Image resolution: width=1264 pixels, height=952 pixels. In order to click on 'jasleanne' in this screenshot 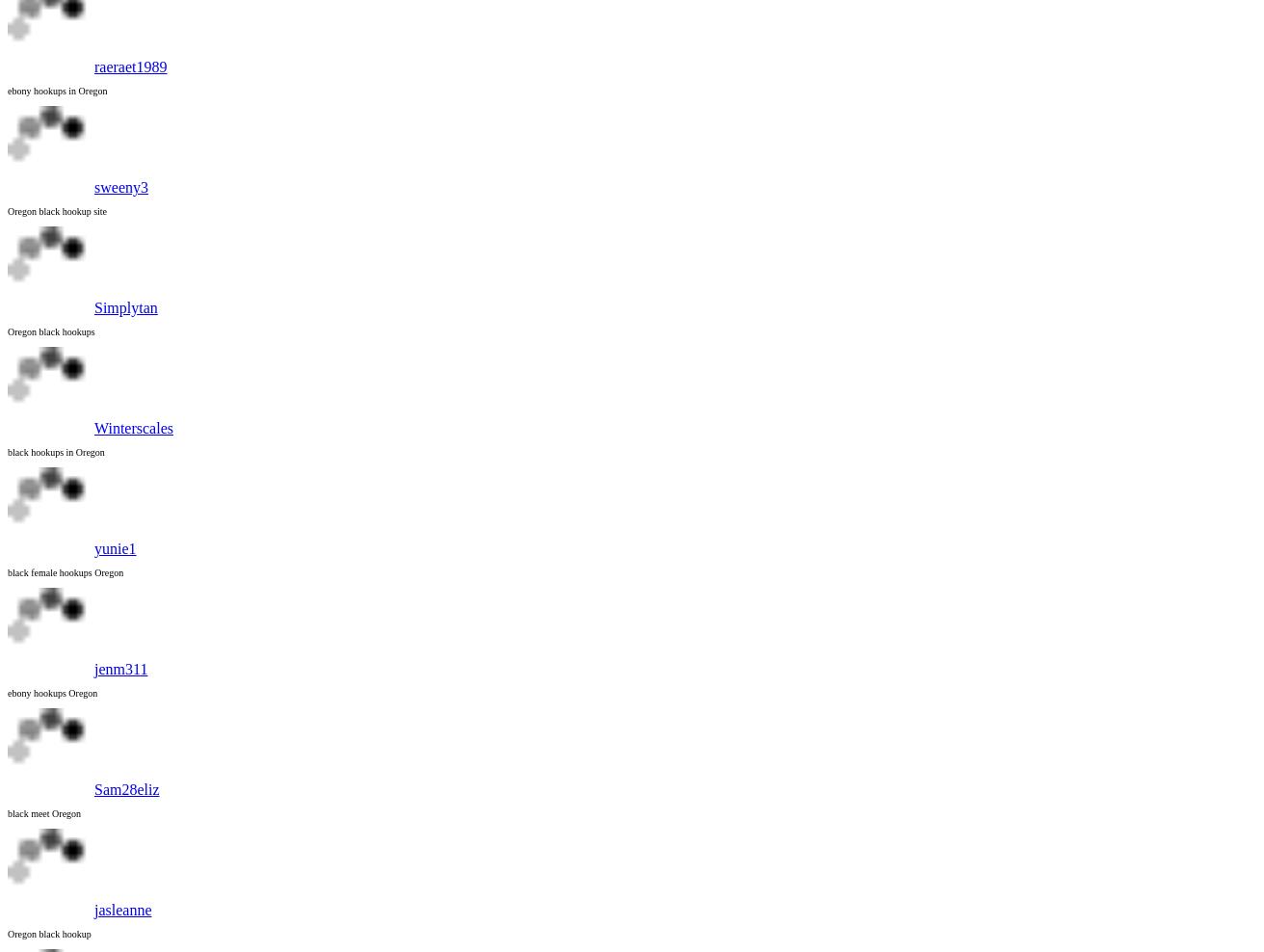, I will do `click(122, 910)`.